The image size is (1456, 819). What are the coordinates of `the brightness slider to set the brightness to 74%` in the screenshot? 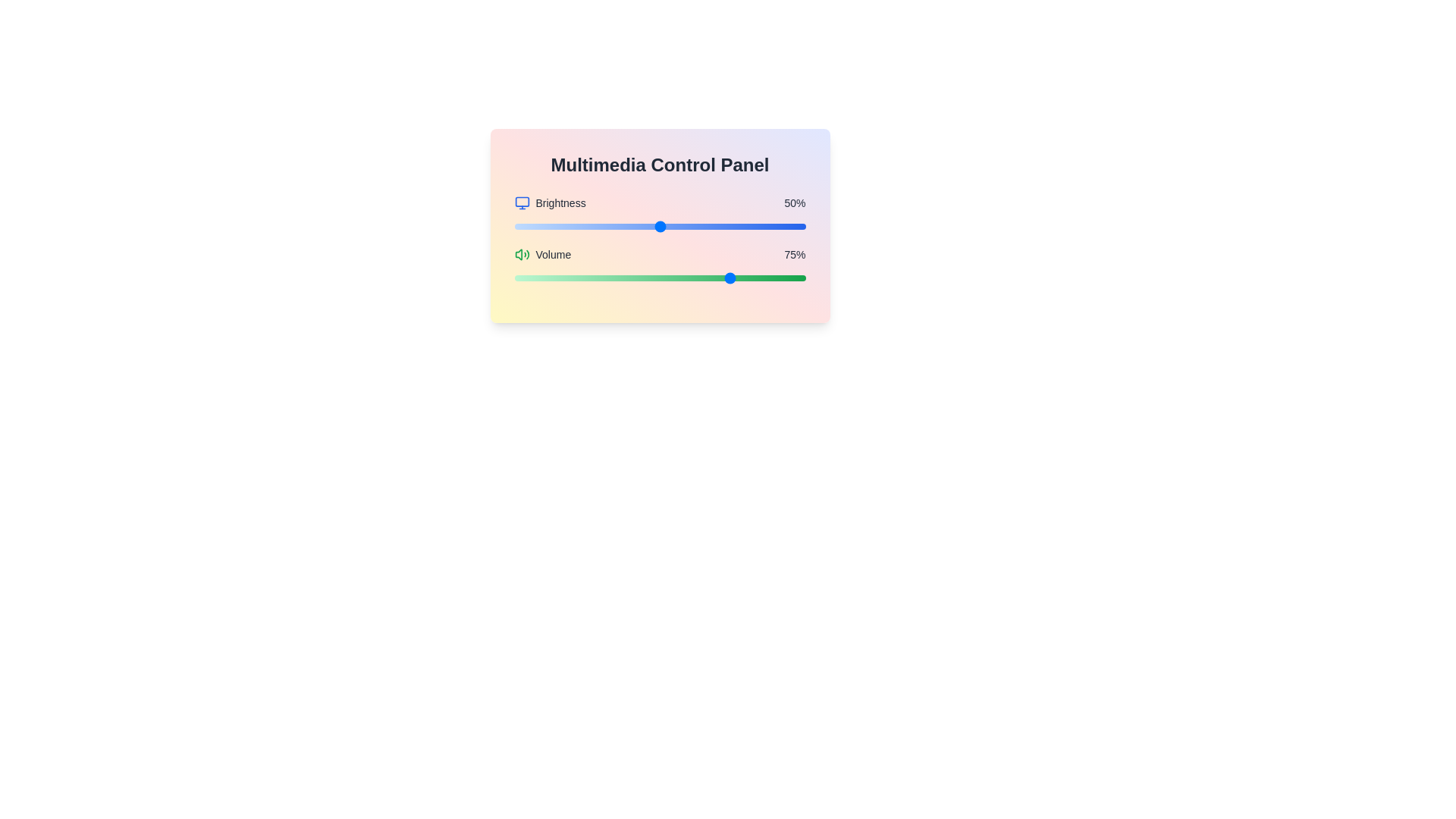 It's located at (730, 227).